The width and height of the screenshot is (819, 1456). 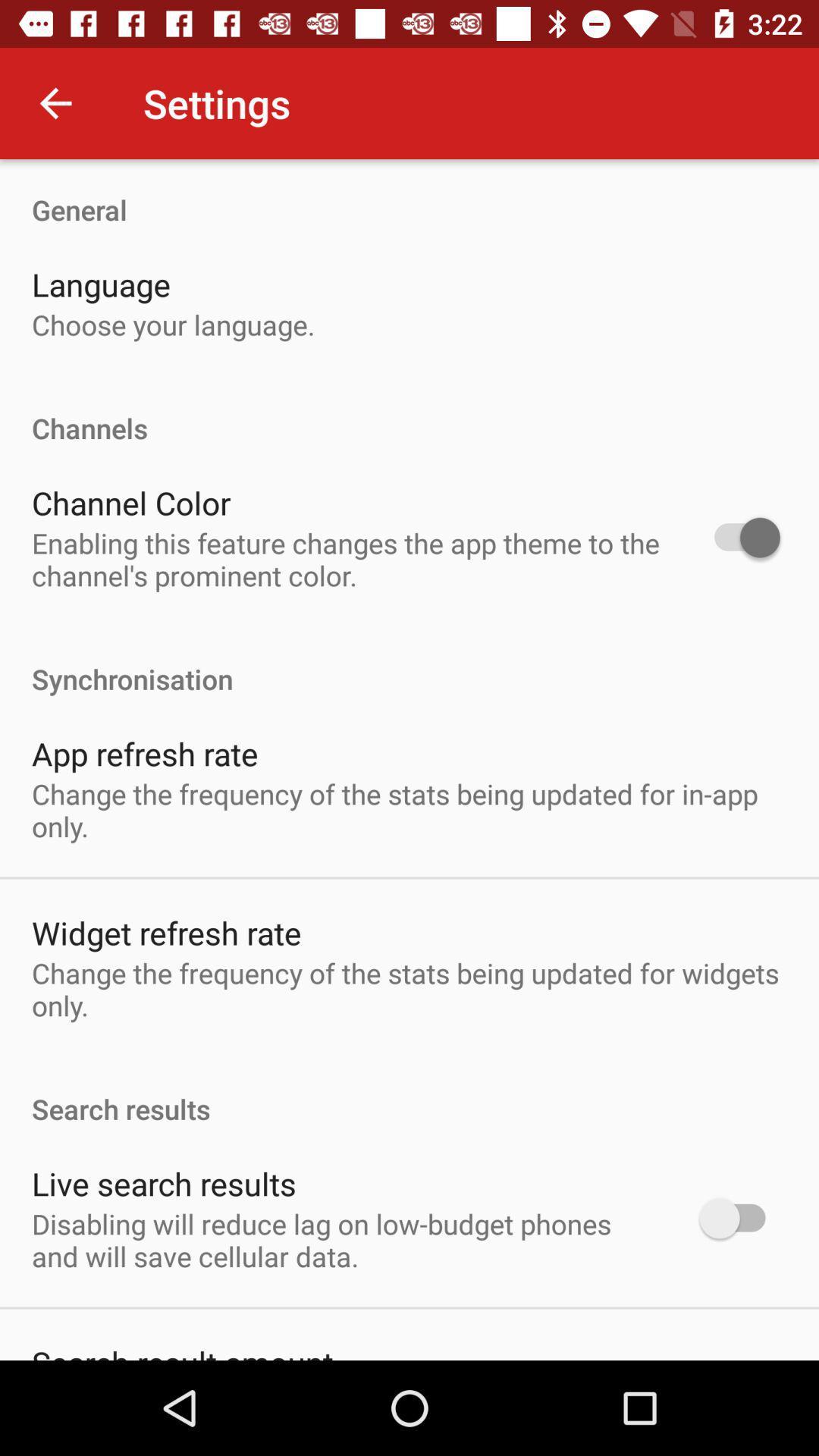 I want to click on item below disabling will reduce item, so click(x=181, y=1351).